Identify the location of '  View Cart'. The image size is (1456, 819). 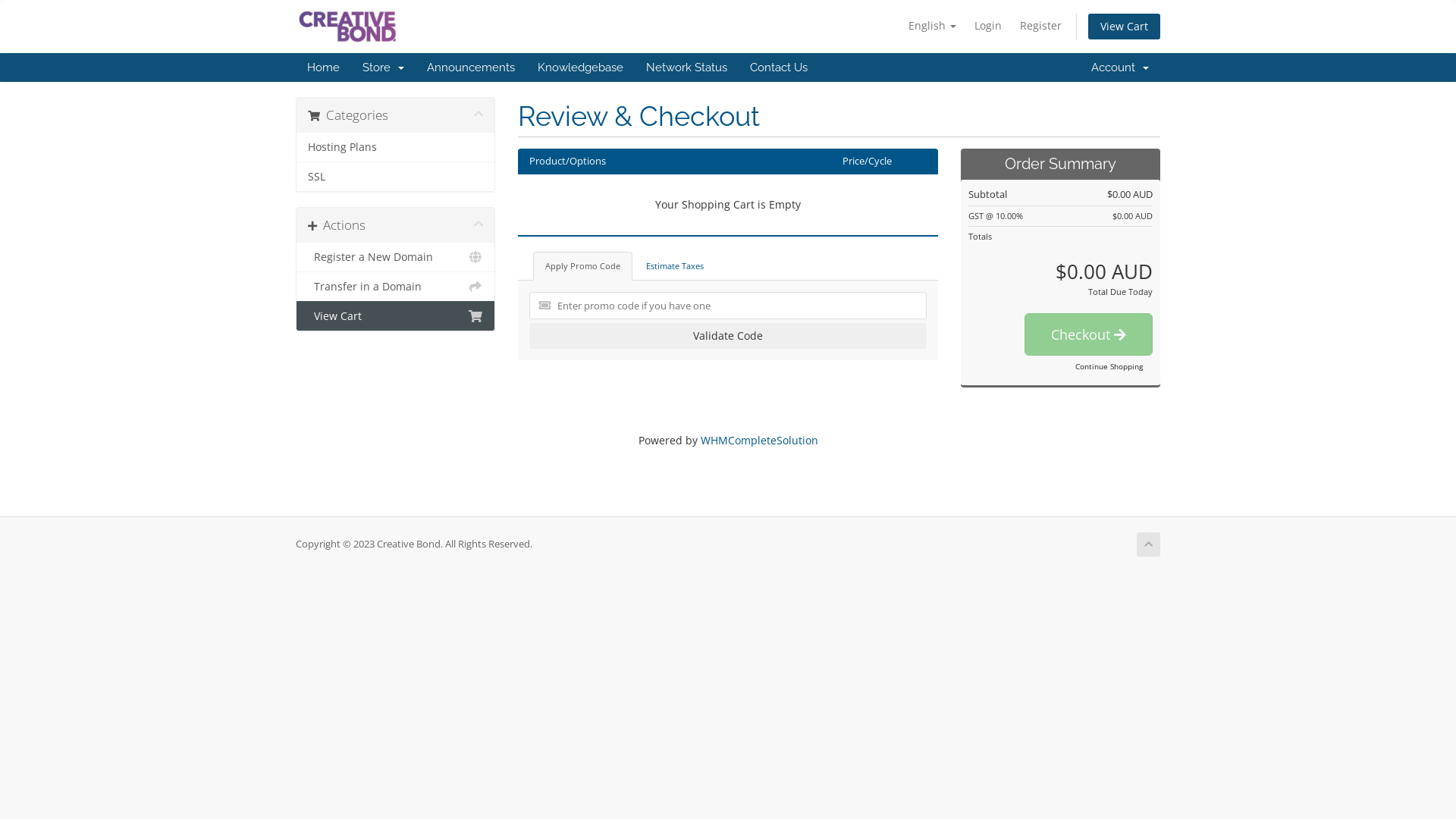
(395, 315).